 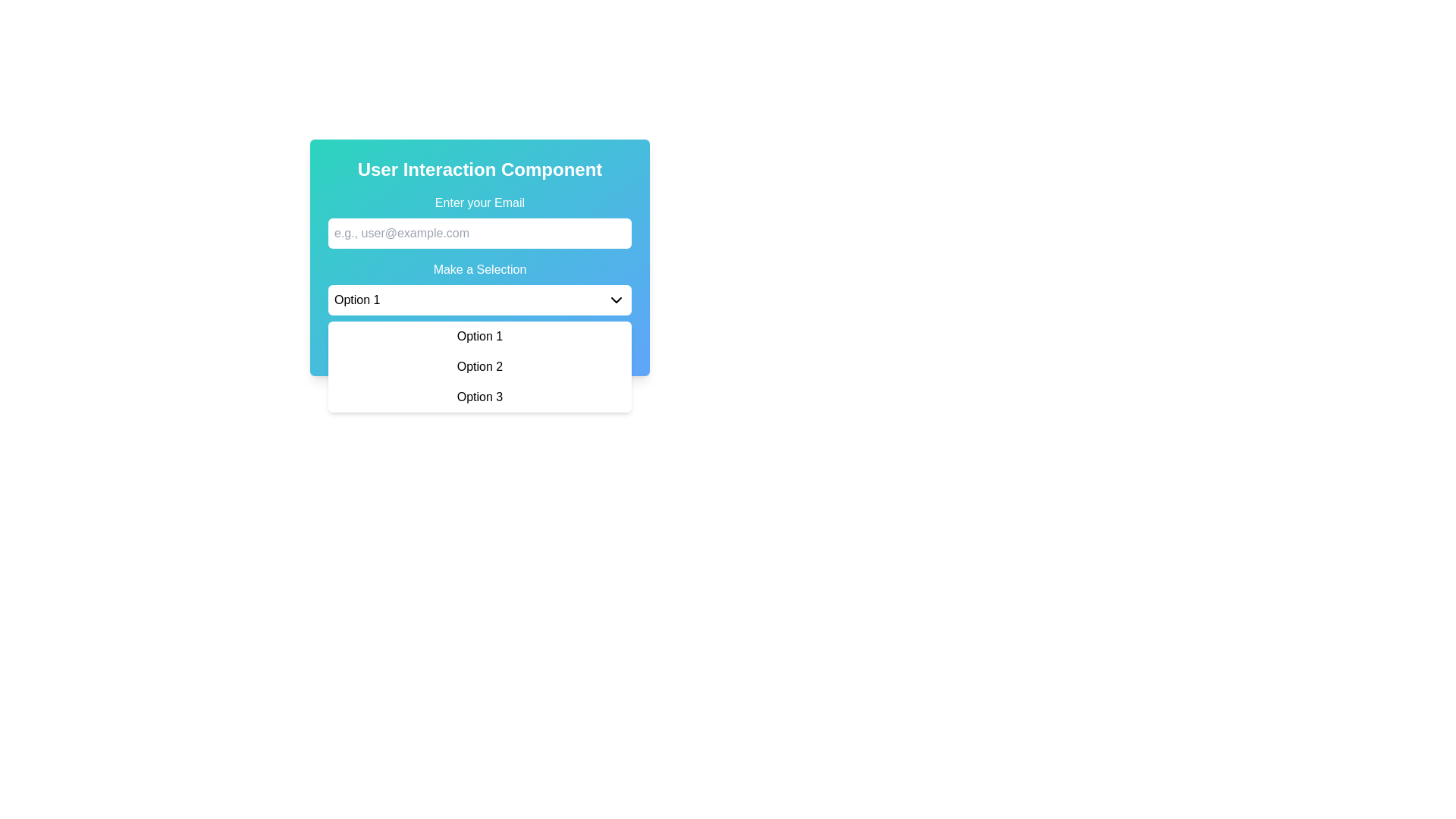 What do you see at coordinates (479, 256) in the screenshot?
I see `the 'Make a Selection' dropdown within the 'User Interaction Component' card` at bounding box center [479, 256].